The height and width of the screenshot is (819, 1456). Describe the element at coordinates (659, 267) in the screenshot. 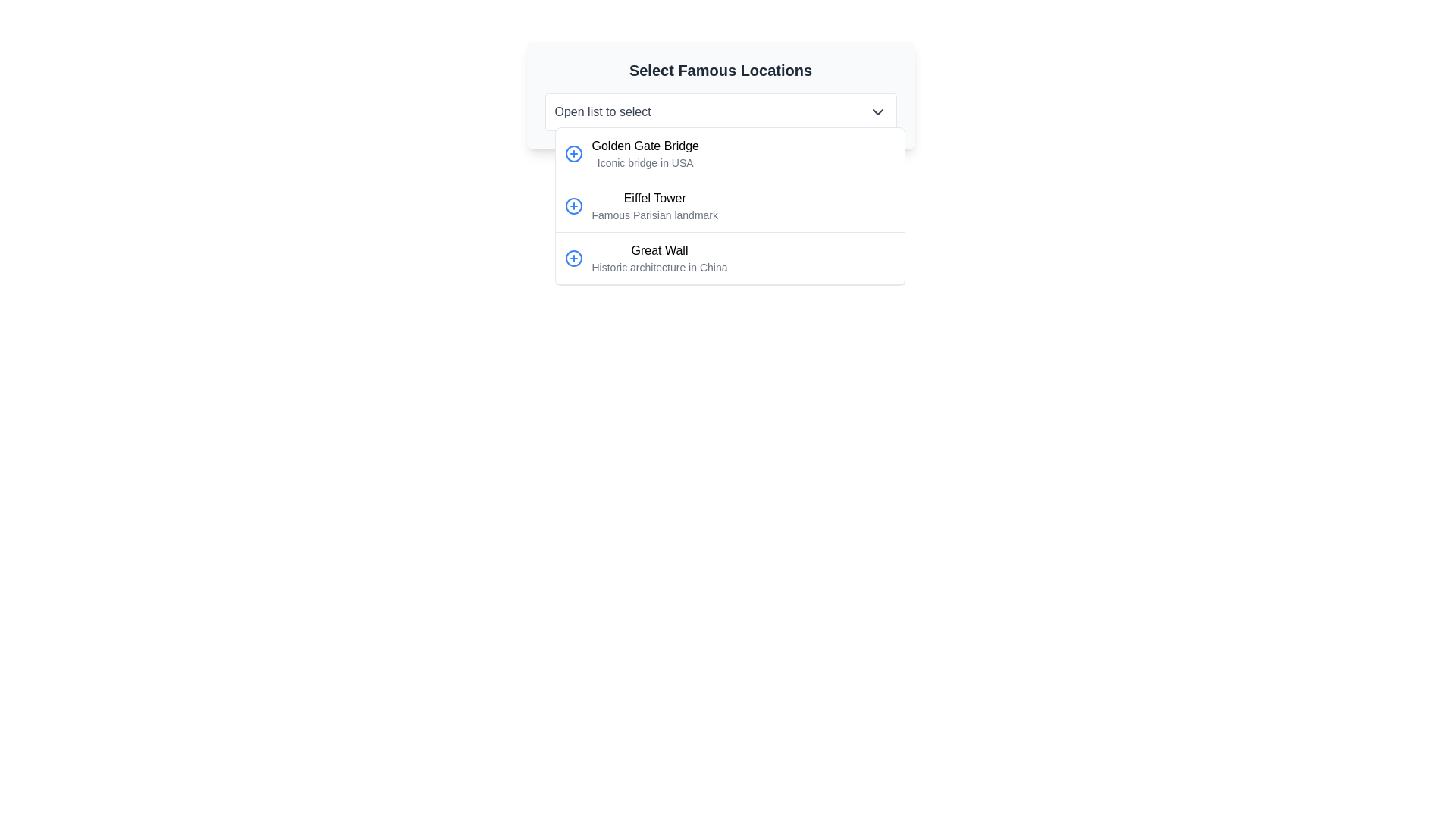

I see `text label displaying 'Historic architecture in China', which is the descriptive text for the 'Great Wall' in the dropdown list` at that location.